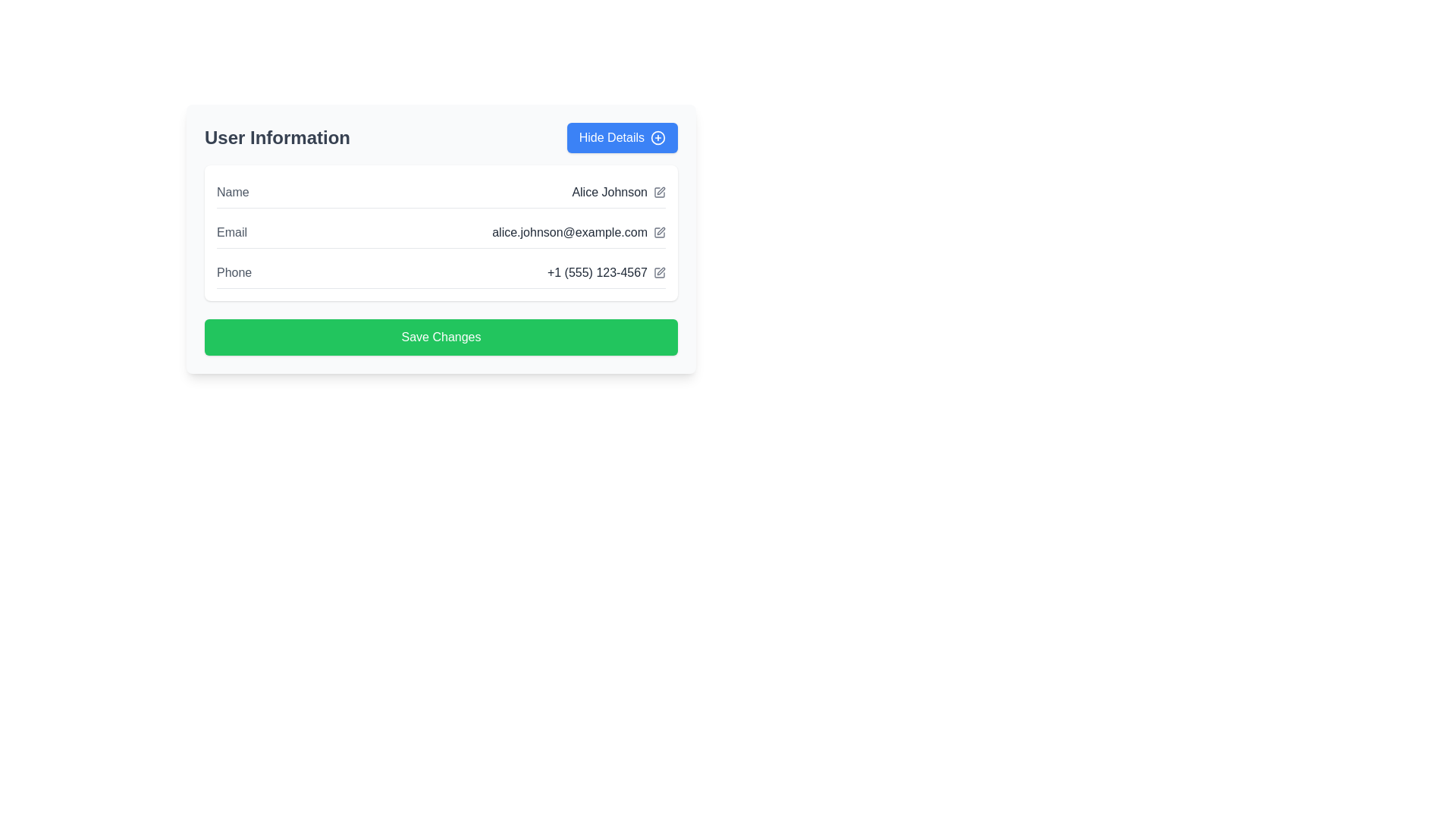  What do you see at coordinates (661, 271) in the screenshot?
I see `the edit icon located in the third row of the user details section next to the phone number` at bounding box center [661, 271].